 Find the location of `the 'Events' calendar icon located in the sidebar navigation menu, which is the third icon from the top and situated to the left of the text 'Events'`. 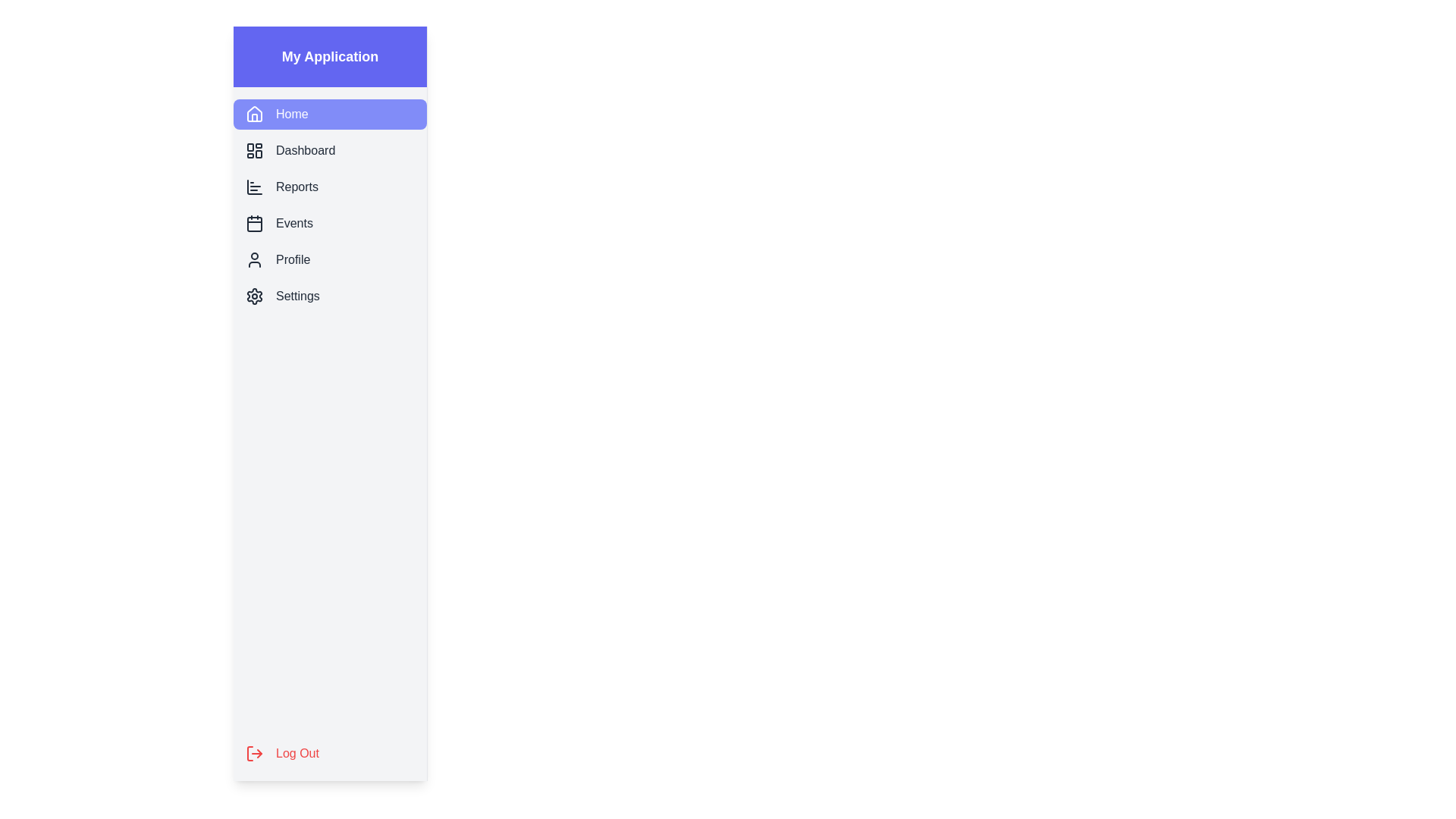

the 'Events' calendar icon located in the sidebar navigation menu, which is the third icon from the top and situated to the left of the text 'Events' is located at coordinates (255, 223).